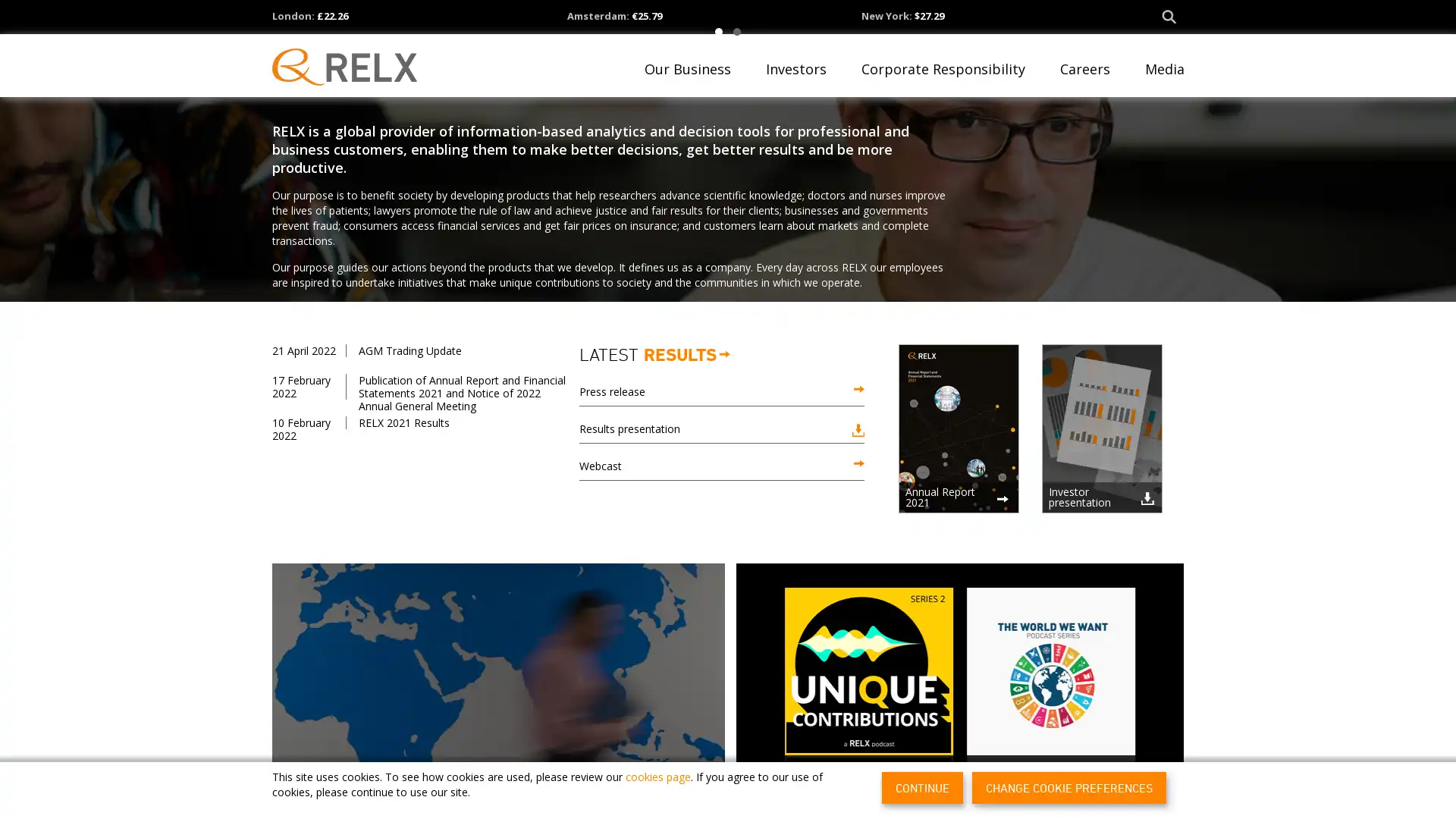 The height and width of the screenshot is (819, 1456). What do you see at coordinates (718, 32) in the screenshot?
I see `1` at bounding box center [718, 32].